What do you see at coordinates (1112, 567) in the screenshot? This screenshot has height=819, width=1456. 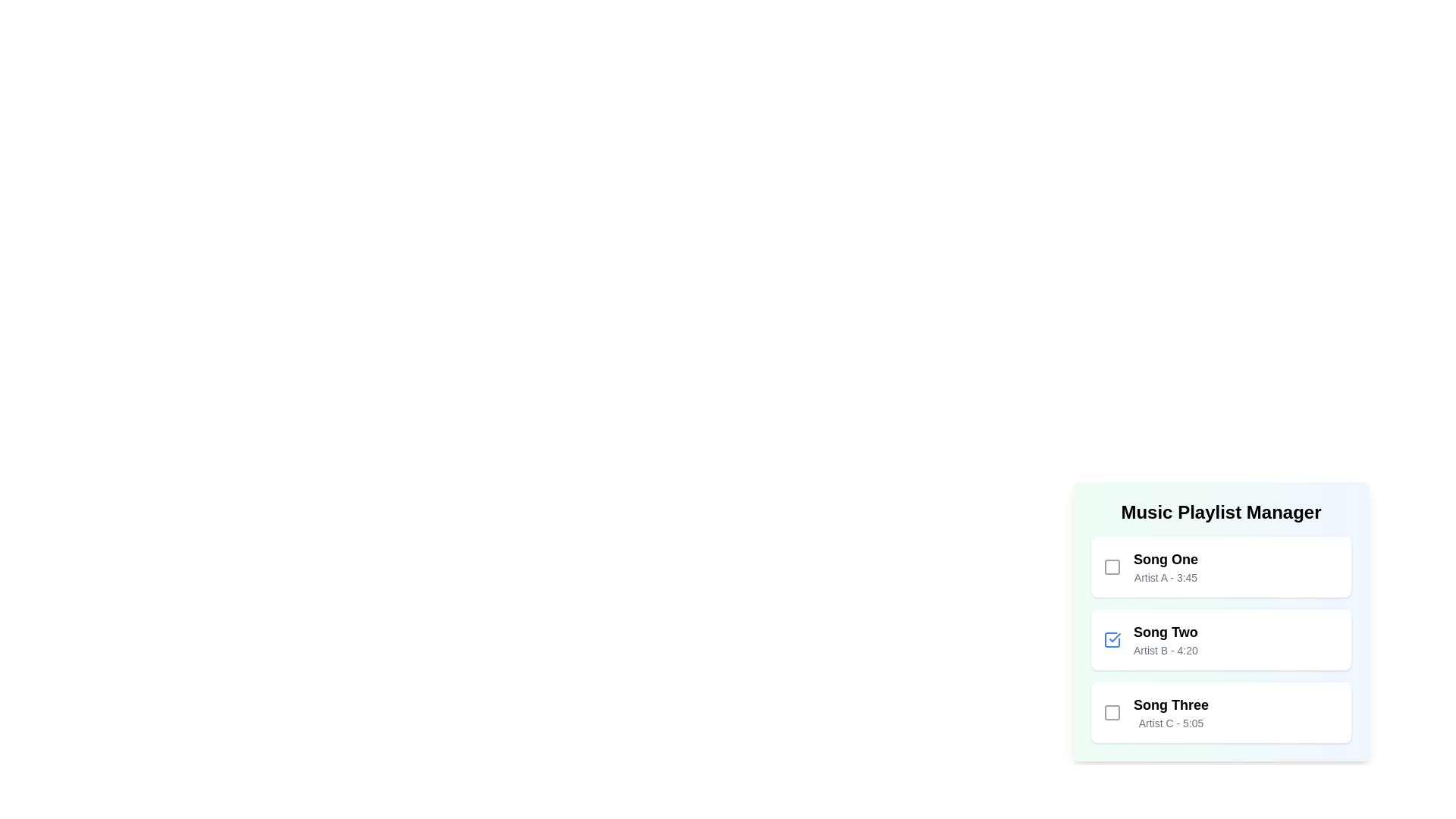 I see `the square icon with rounded corners, part of an interactive checklist system` at bounding box center [1112, 567].